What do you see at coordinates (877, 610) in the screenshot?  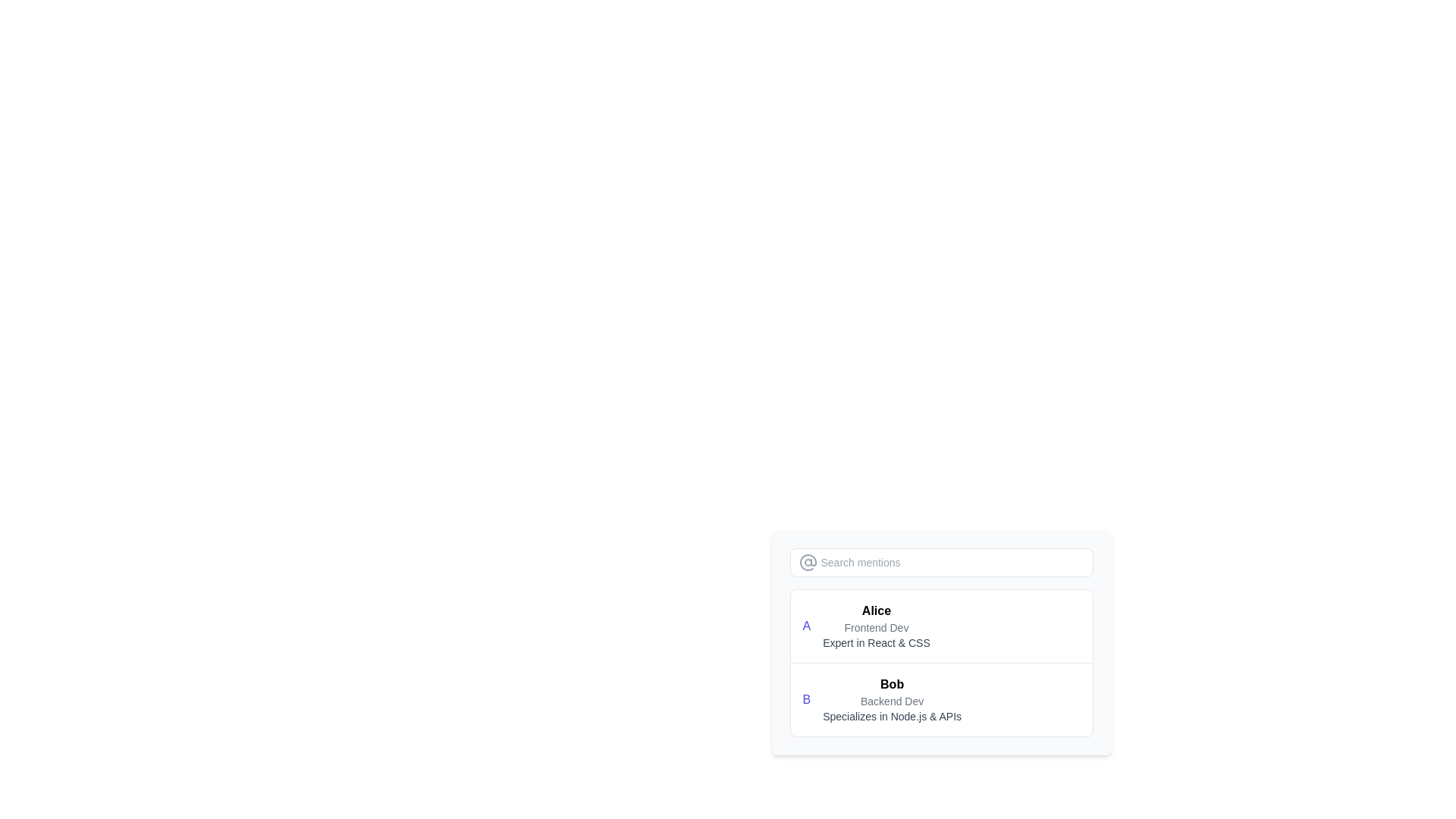 I see `the text label element displaying 'Alice'` at bounding box center [877, 610].